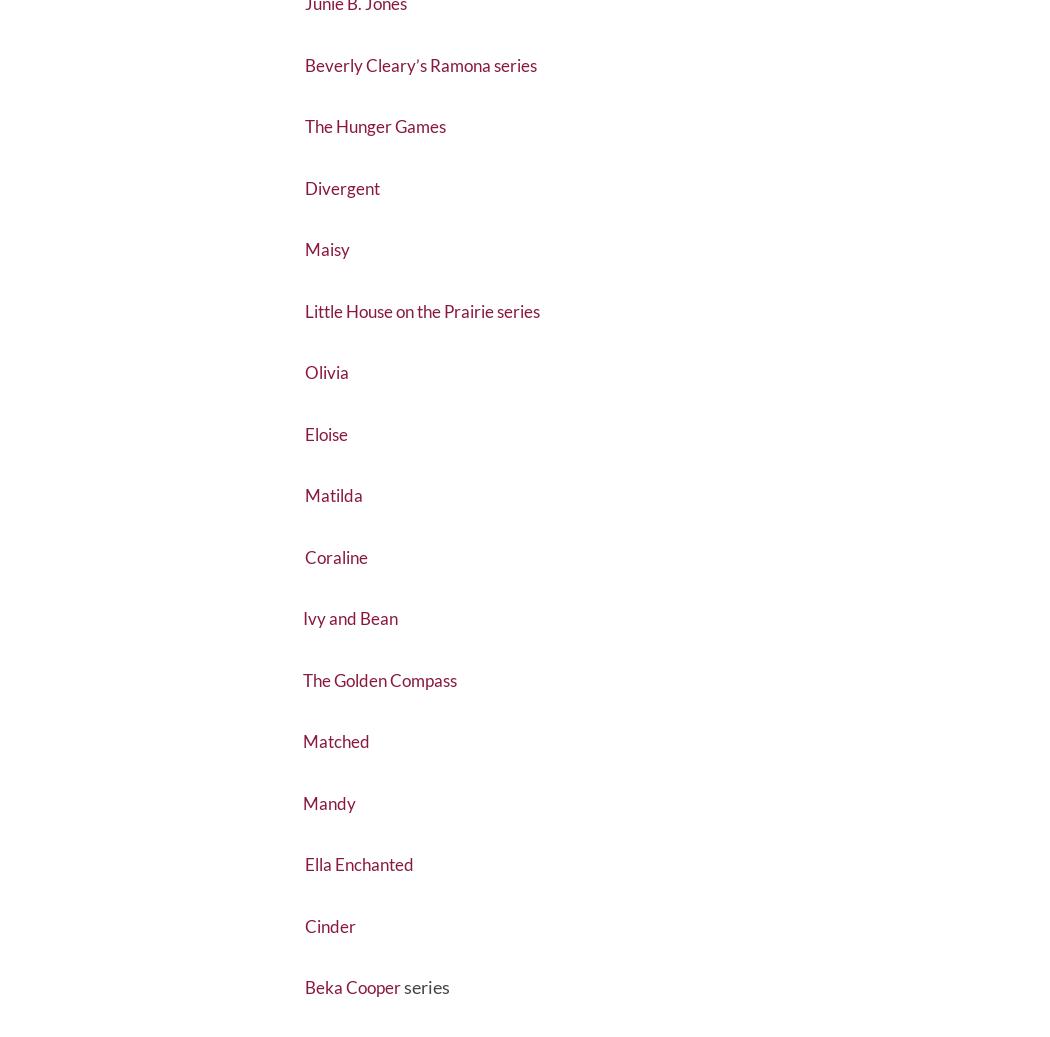  Describe the element at coordinates (338, 789) in the screenshot. I see `'Matched'` at that location.